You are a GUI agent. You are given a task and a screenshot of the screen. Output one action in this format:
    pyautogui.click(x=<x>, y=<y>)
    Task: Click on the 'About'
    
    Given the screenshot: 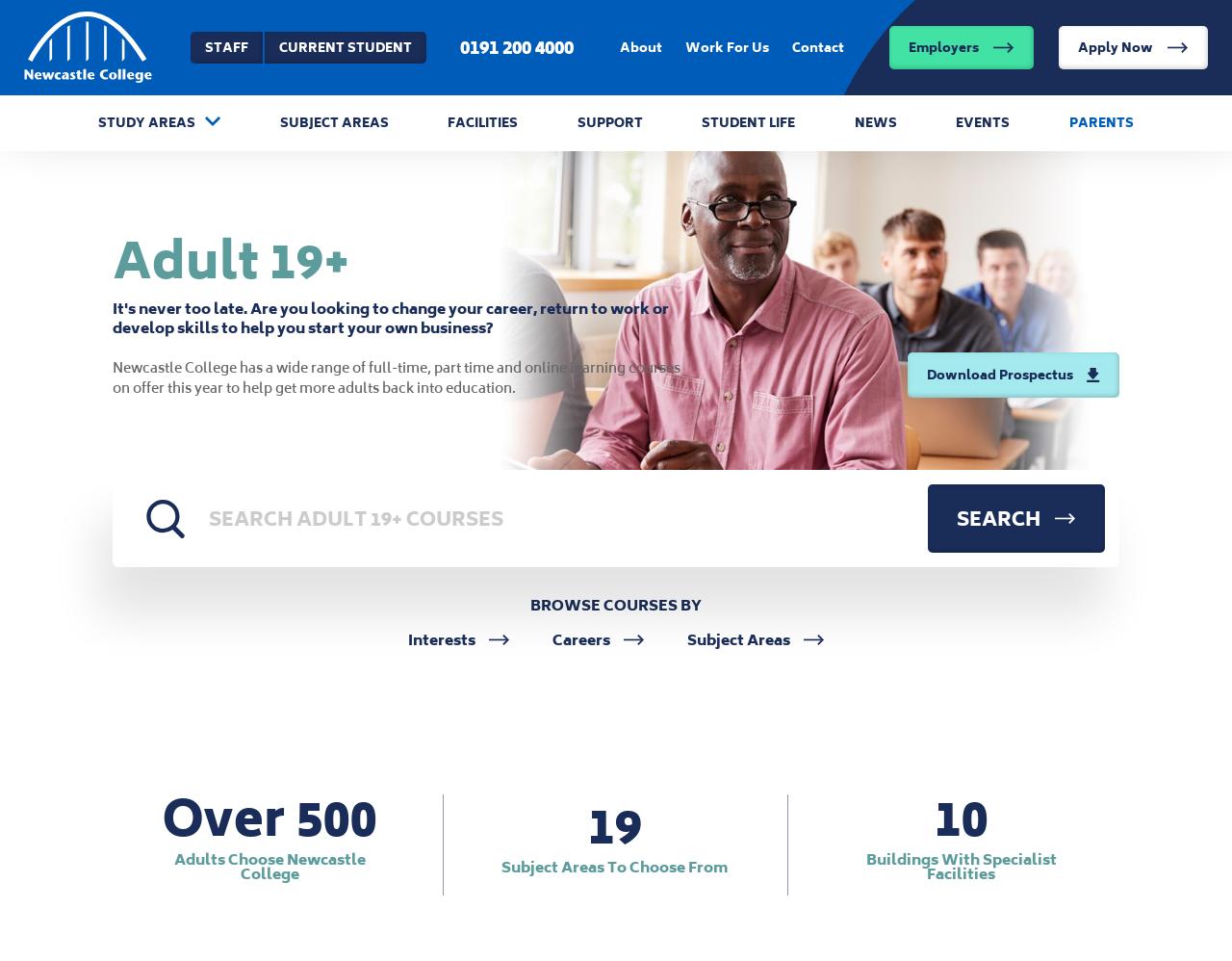 What is the action you would take?
    pyautogui.click(x=639, y=46)
    